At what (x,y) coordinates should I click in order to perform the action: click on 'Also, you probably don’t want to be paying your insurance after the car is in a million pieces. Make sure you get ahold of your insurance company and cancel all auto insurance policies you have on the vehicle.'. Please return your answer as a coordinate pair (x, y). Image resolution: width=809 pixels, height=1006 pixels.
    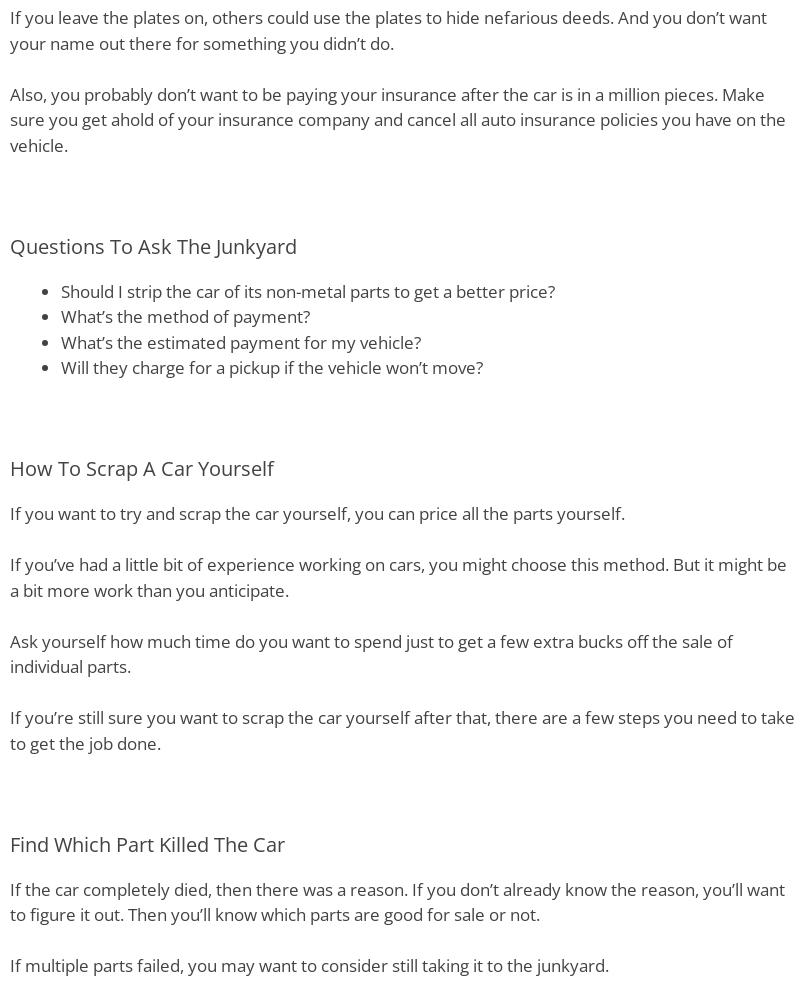
    Looking at the image, I should click on (398, 119).